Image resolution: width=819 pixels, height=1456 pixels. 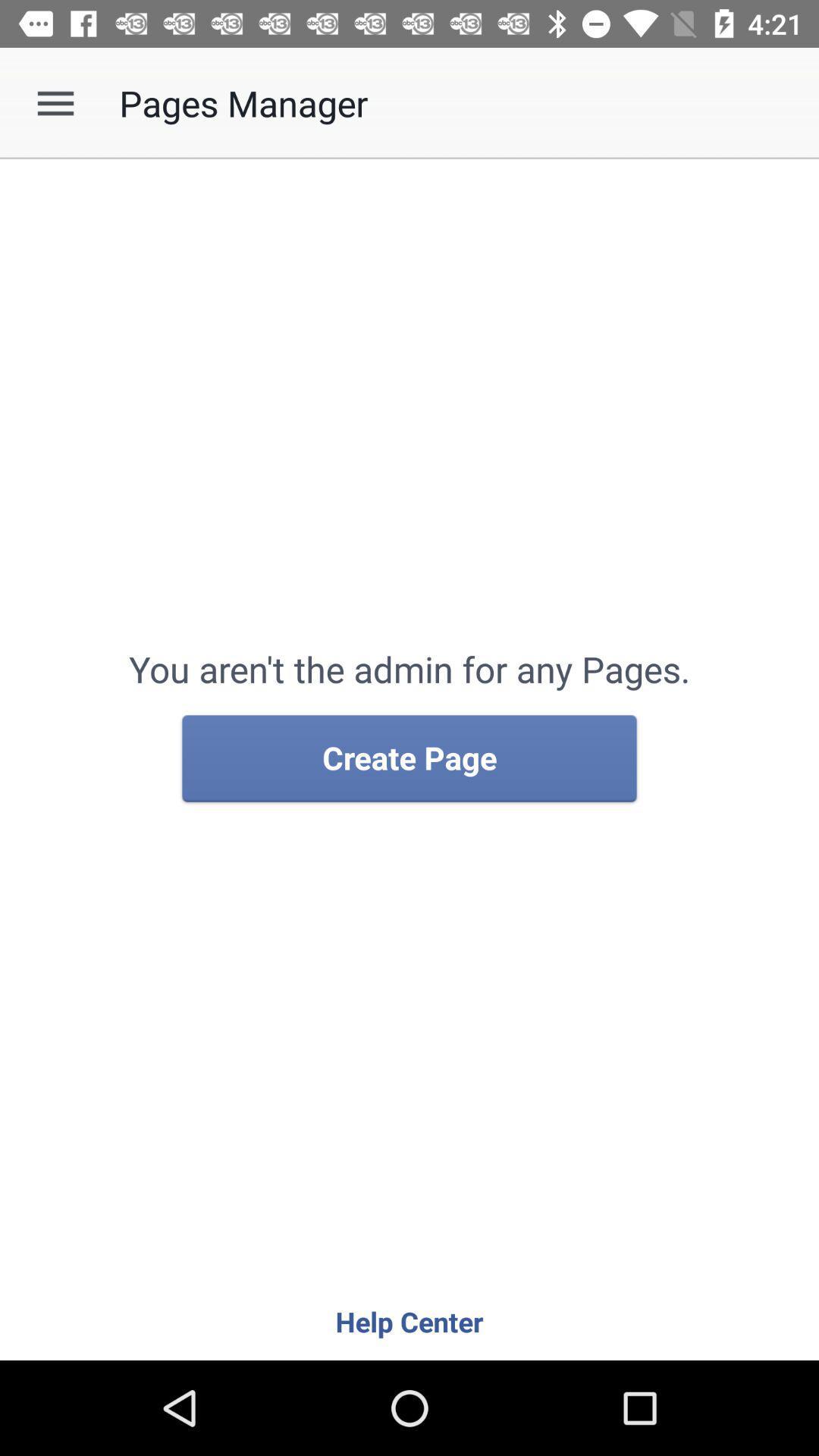 I want to click on icon above the help center item, so click(x=409, y=759).